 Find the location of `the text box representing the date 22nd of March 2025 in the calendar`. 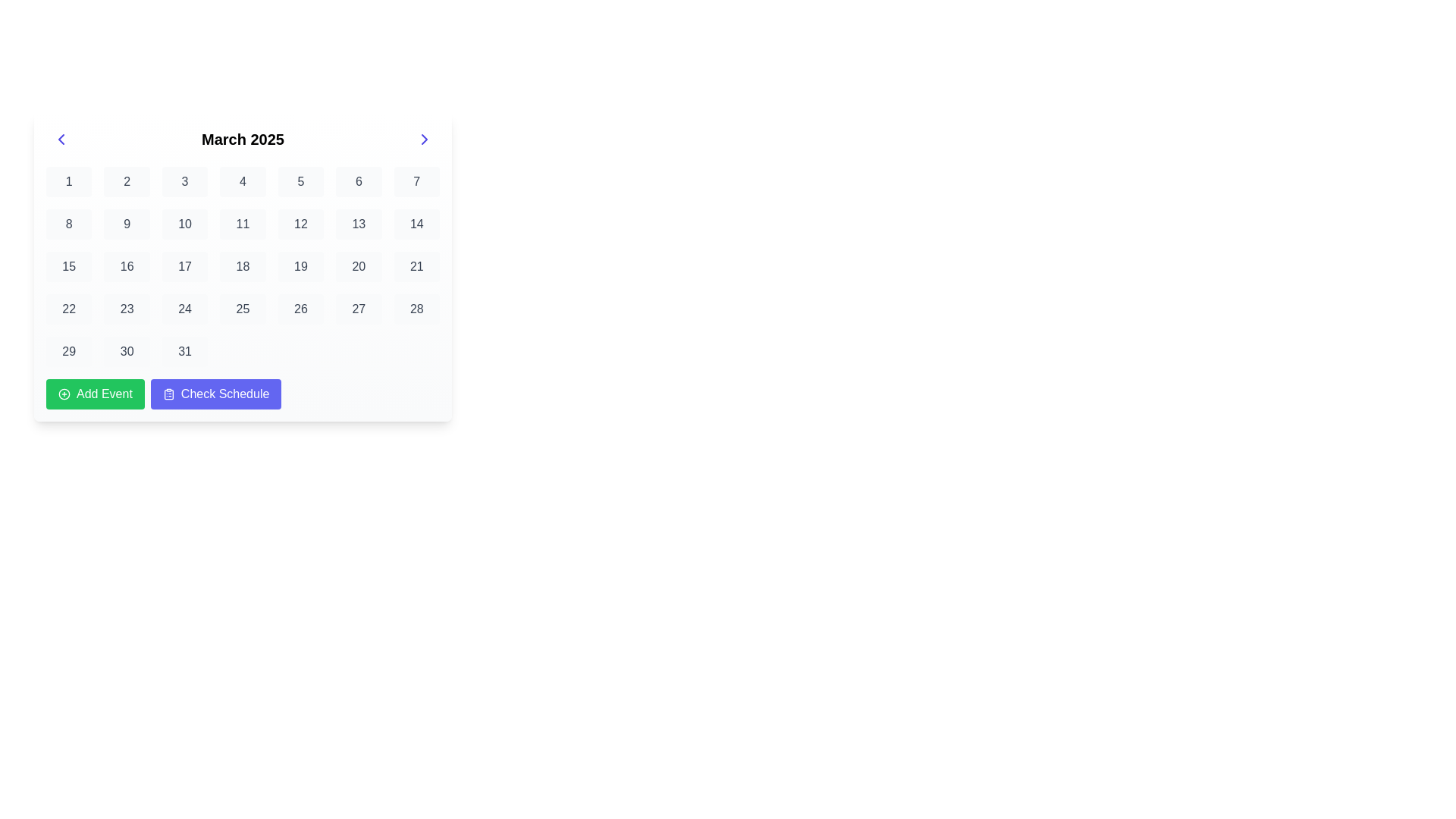

the text box representing the date 22nd of March 2025 in the calendar is located at coordinates (68, 309).